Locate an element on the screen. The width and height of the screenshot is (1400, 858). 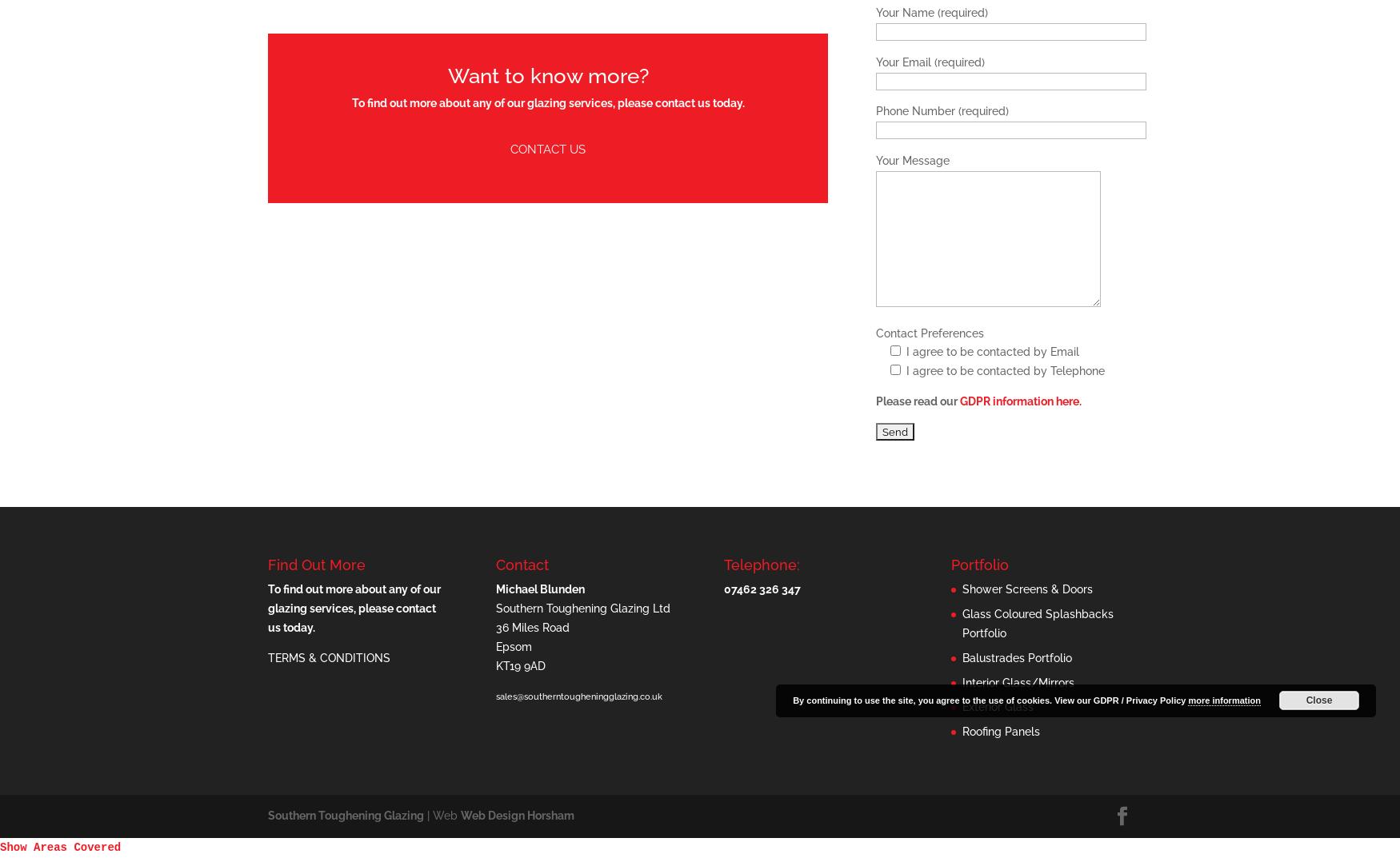
'By continuing to use the site, you agree to the use of cookies. View our GDPR / Privacy Policy' is located at coordinates (990, 699).